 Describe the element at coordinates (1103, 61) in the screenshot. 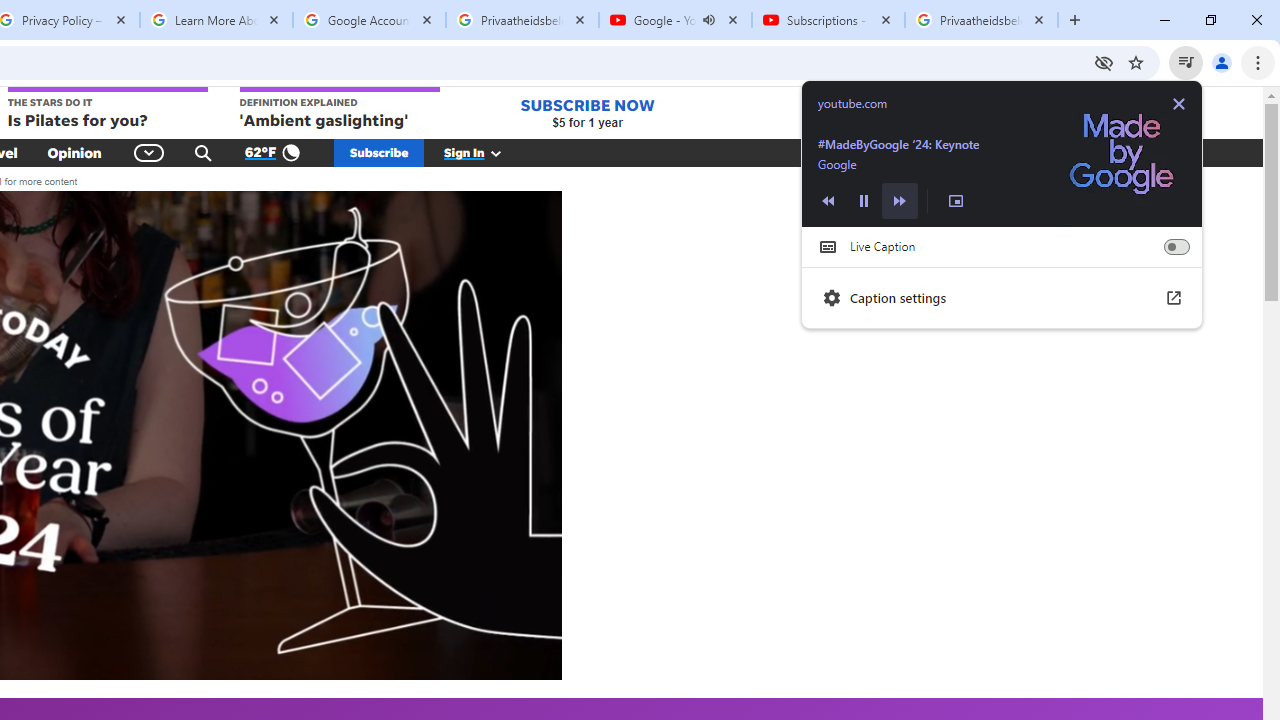

I see `'Third-party cookies blocked'` at that location.